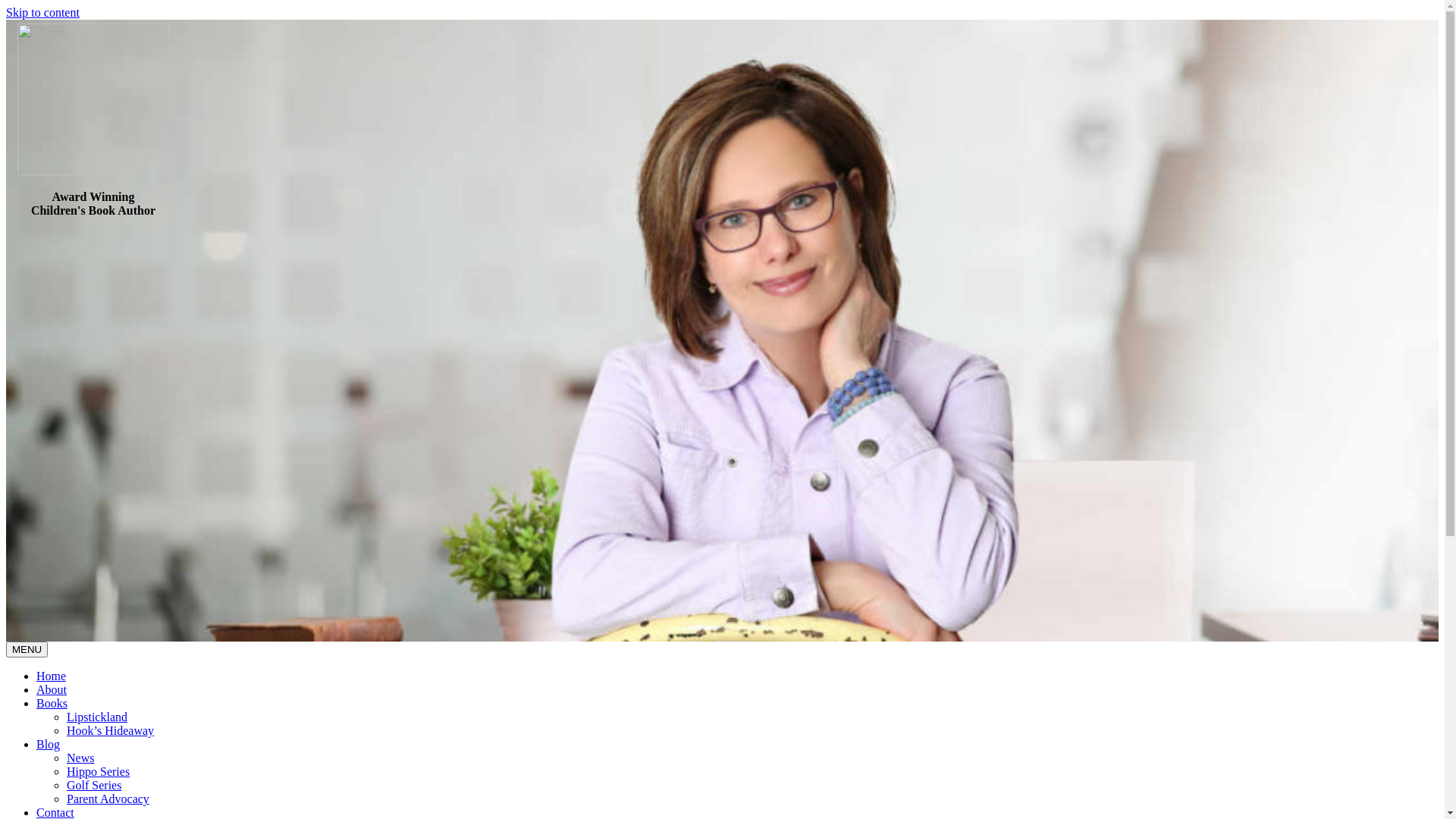 Image resolution: width=1456 pixels, height=819 pixels. Describe the element at coordinates (65, 717) in the screenshot. I see `'Lipstickland'` at that location.